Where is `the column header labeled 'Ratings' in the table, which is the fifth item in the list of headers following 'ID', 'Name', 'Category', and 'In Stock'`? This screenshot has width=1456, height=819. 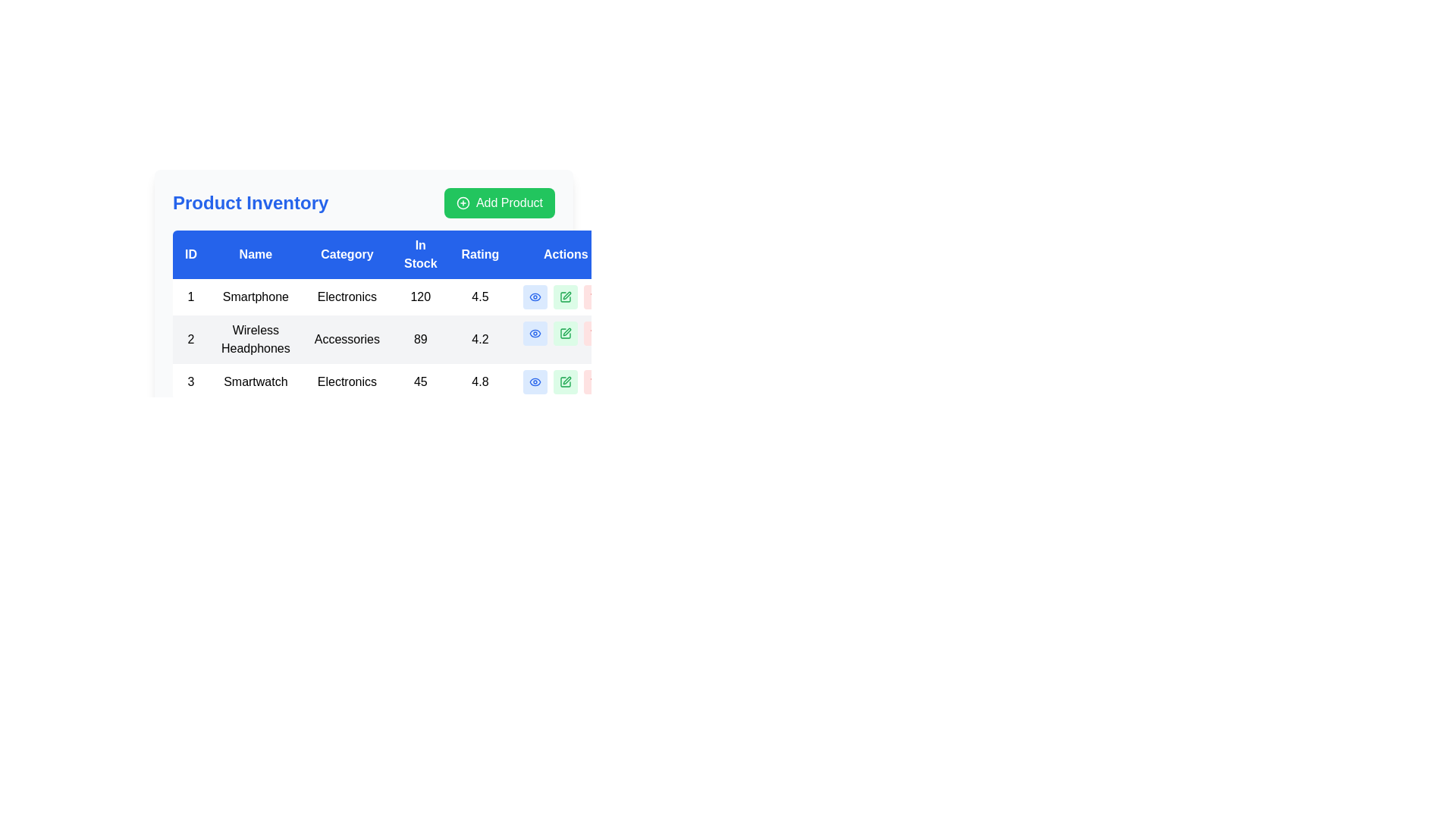
the column header labeled 'Ratings' in the table, which is the fifth item in the list of headers following 'ID', 'Name', 'Category', and 'In Stock' is located at coordinates (479, 253).